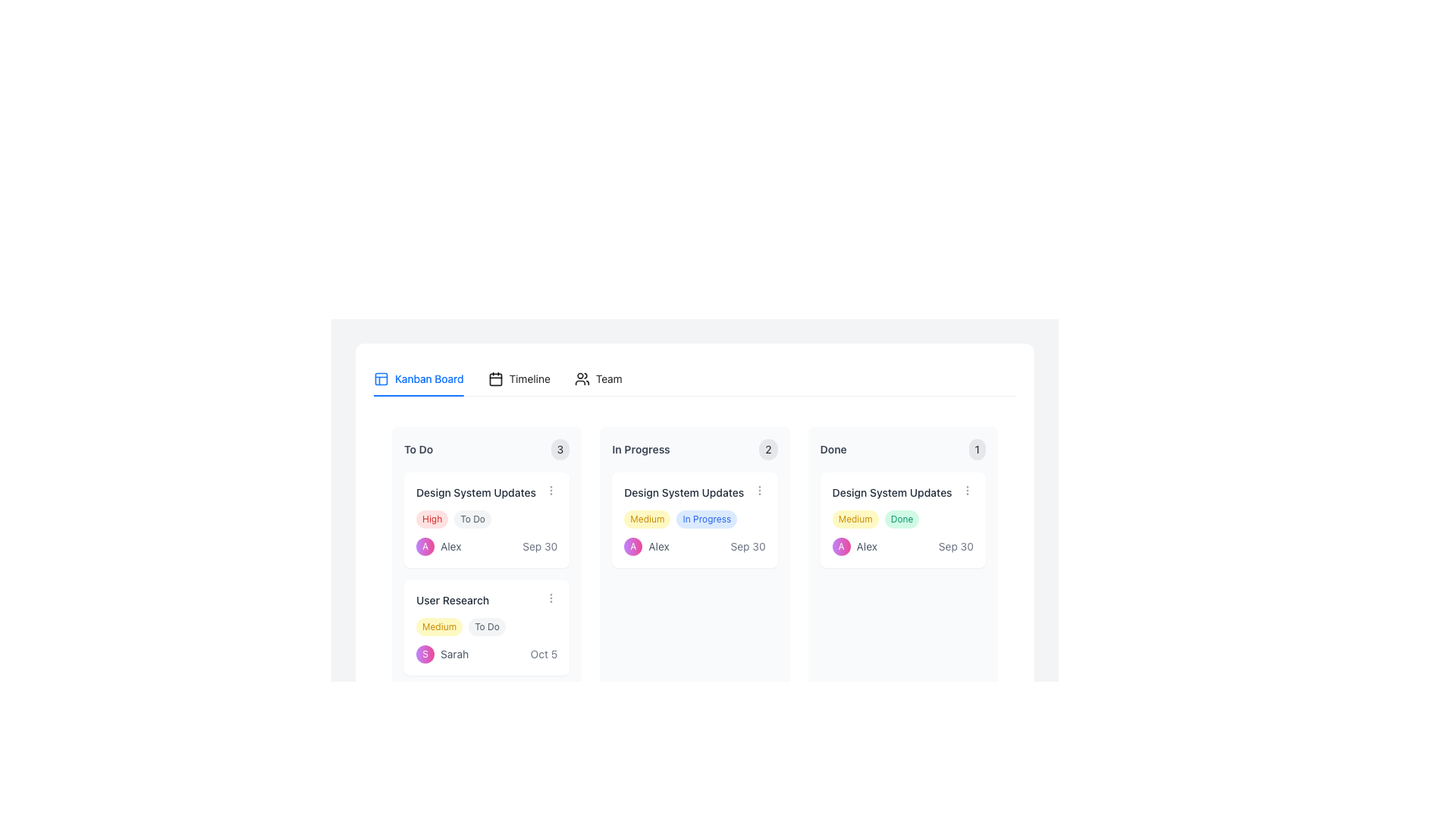  I want to click on the User identifier with a circular gradient avatar displaying the letter 'A' and text labeled 'Alex' in the 'Done' column of the Kanban board, specifically within the 'Design System Updates' card, so click(855, 547).